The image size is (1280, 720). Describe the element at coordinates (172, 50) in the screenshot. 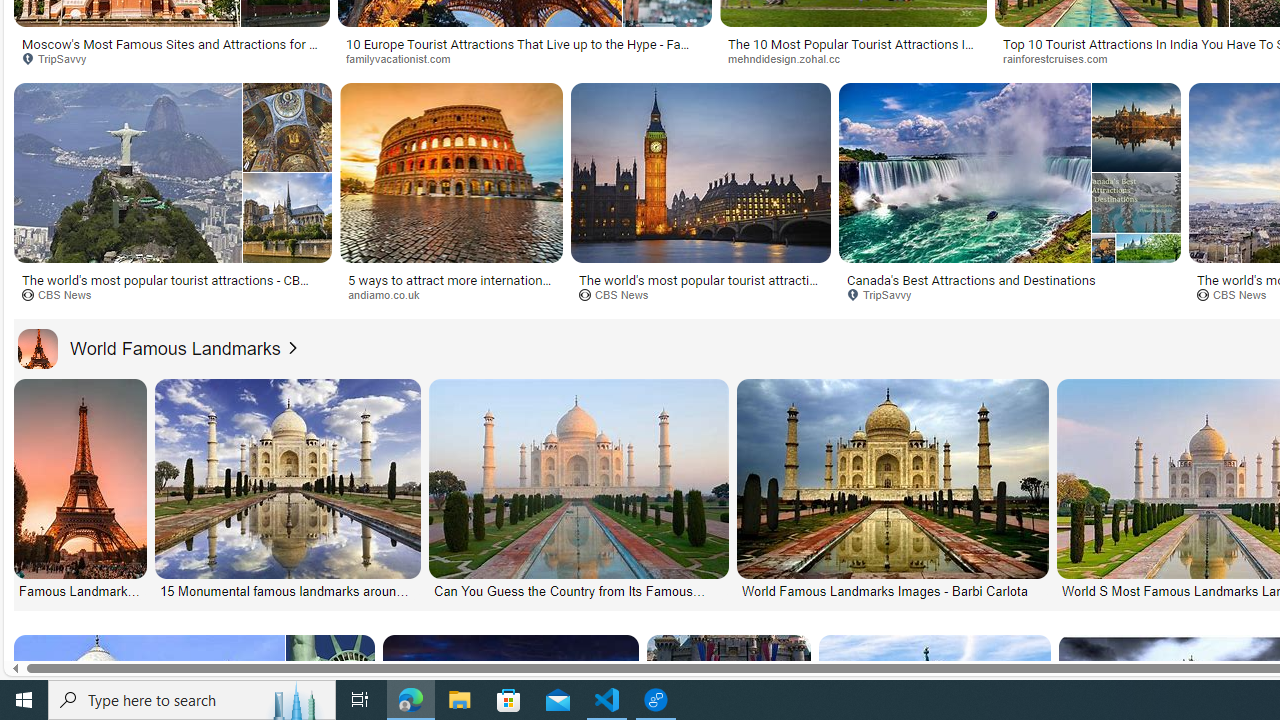

I see `'Moscow'` at that location.